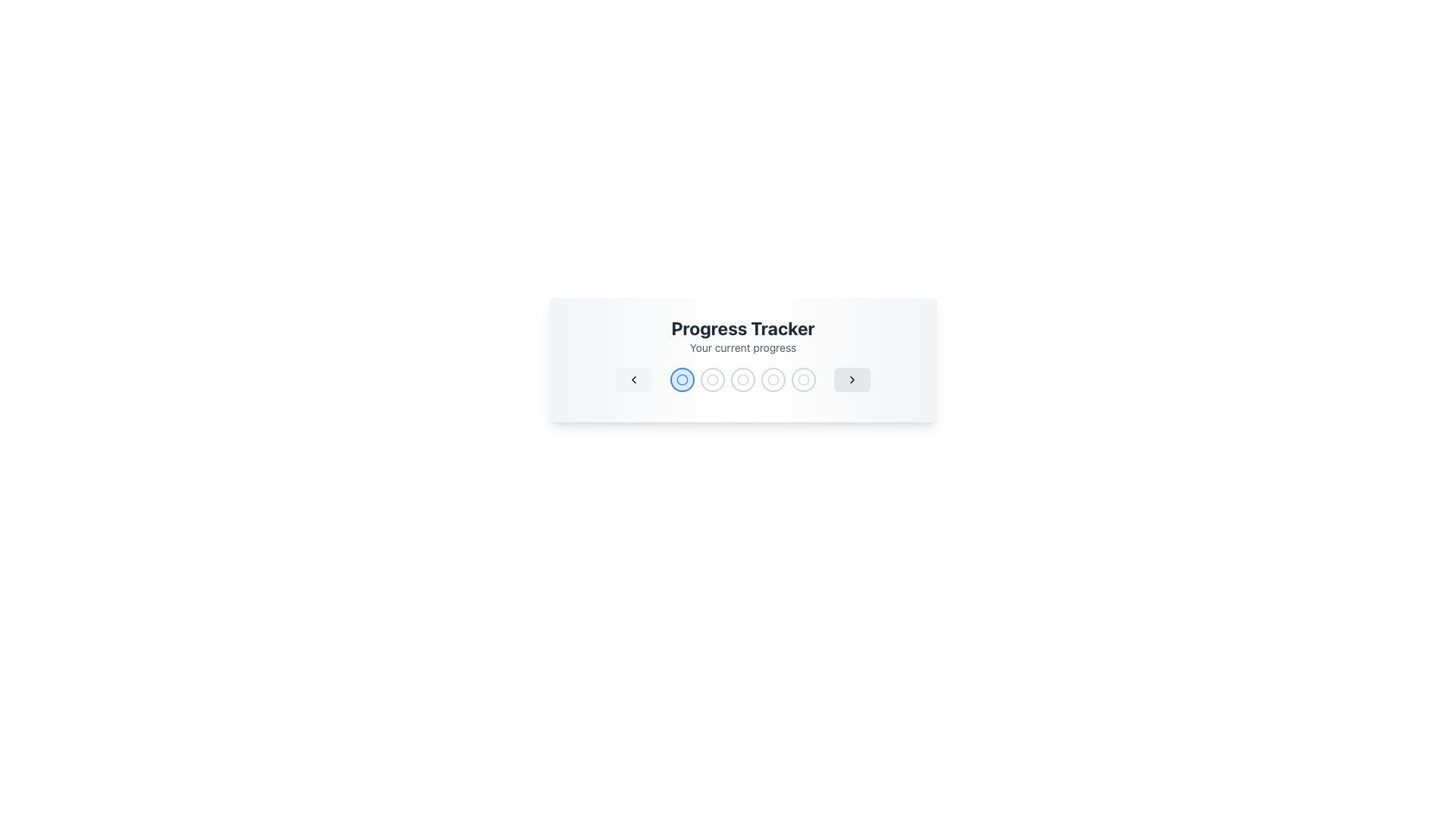 The height and width of the screenshot is (819, 1456). What do you see at coordinates (742, 379) in the screenshot?
I see `the fourth circular icon in the progress tracker component, which has a gray stroke and a transparent background, to indicate progress` at bounding box center [742, 379].